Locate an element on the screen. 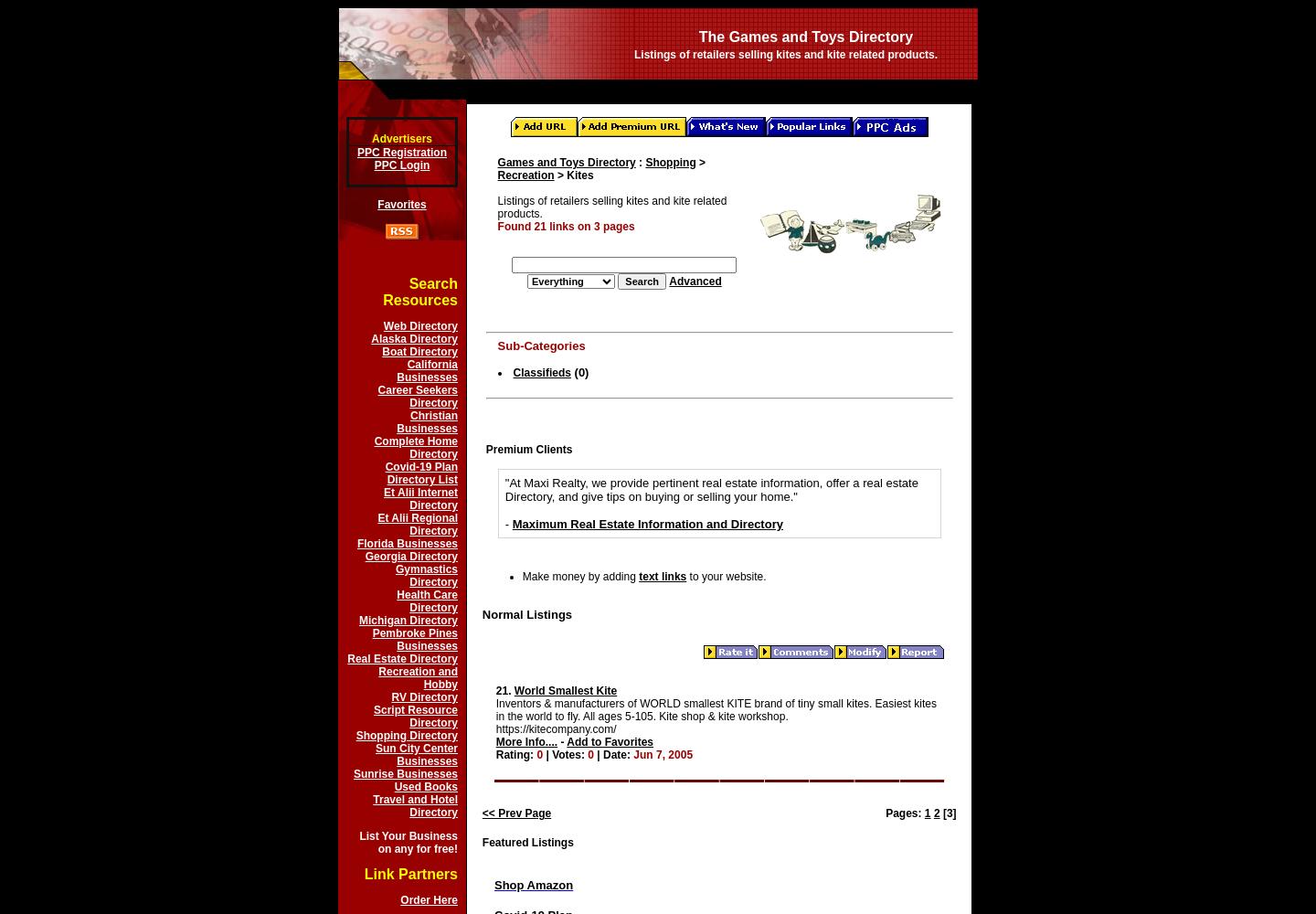 The width and height of the screenshot is (1316, 914). 'https://kitecompany.com/' is located at coordinates (495, 729).